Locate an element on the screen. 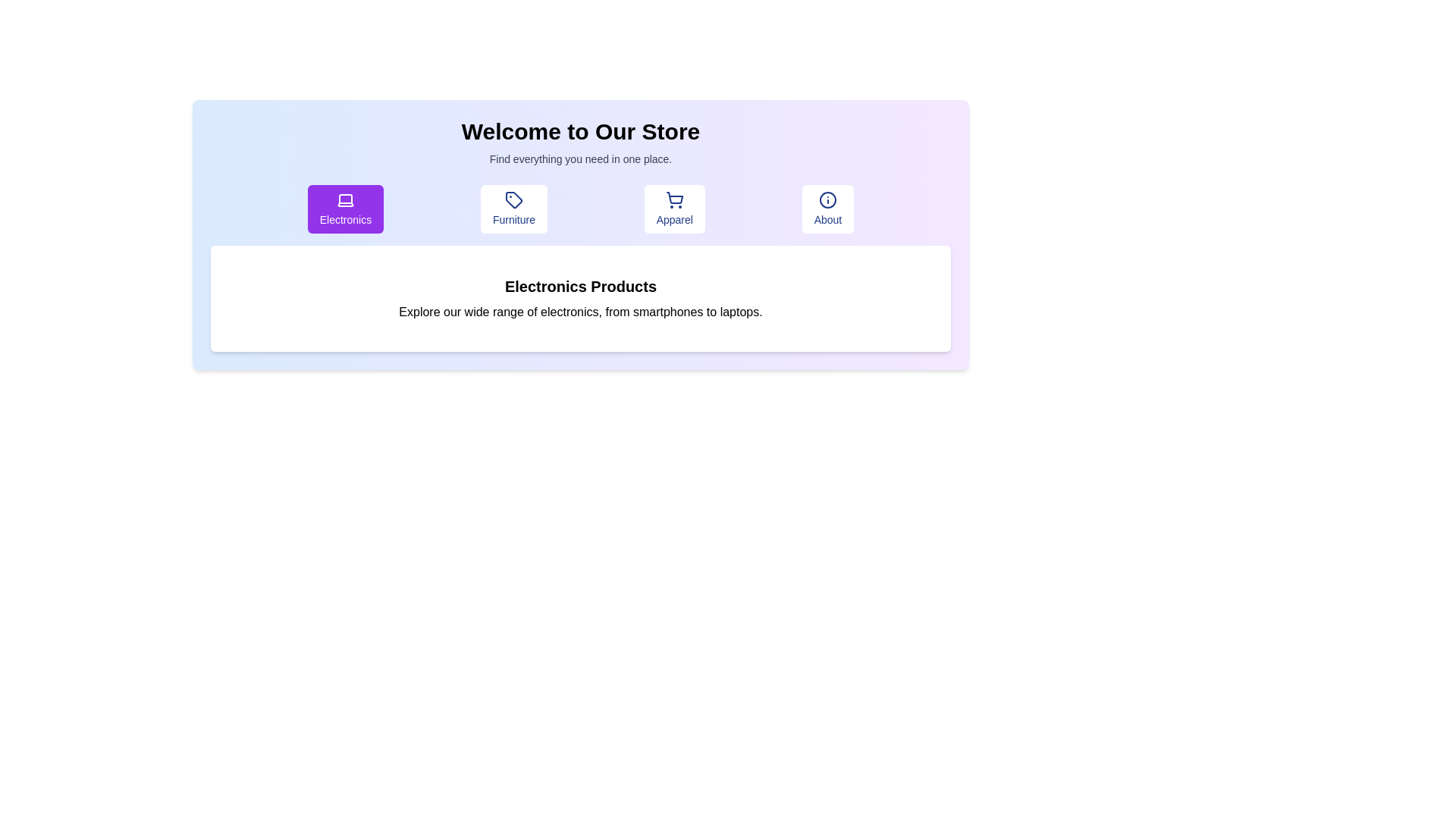 Image resolution: width=1456 pixels, height=819 pixels. explanatory text label located centrally beneath the title 'Welcome to Our Store' and above the category buttons is located at coordinates (580, 158).